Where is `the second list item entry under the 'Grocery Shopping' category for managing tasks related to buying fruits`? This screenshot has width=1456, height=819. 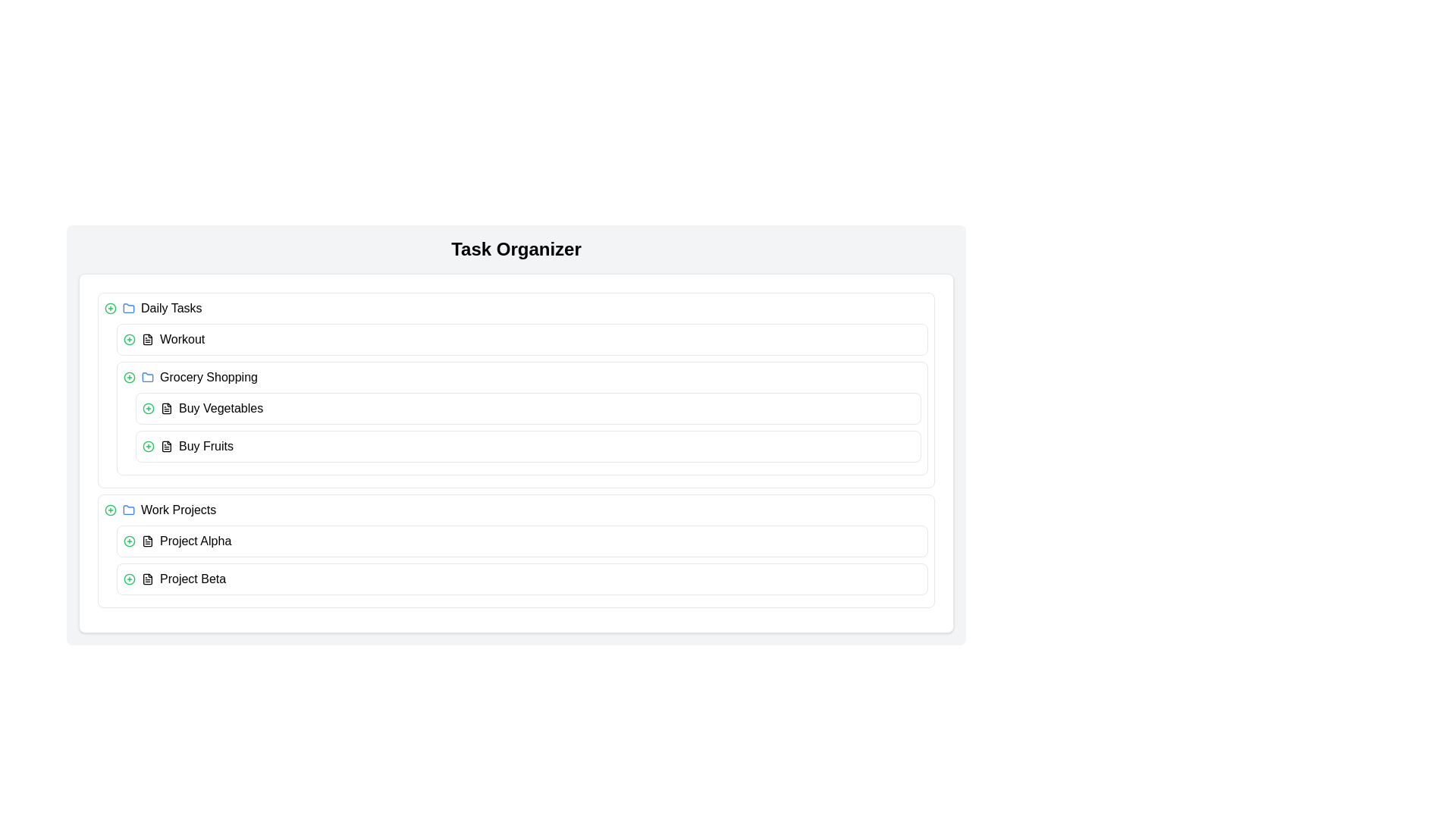
the second list item entry under the 'Grocery Shopping' category for managing tasks related to buying fruits is located at coordinates (528, 446).